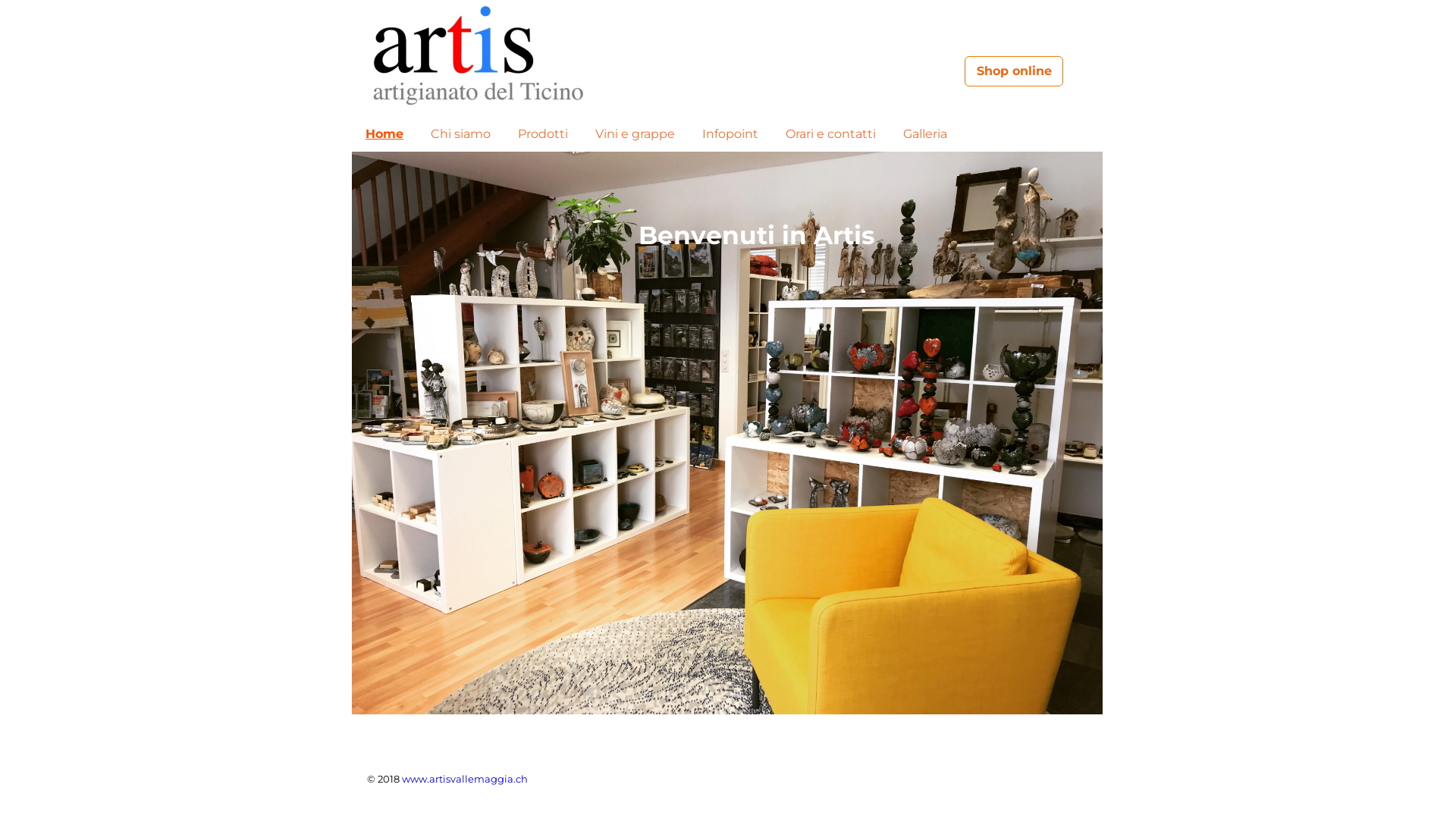 This screenshot has width=1456, height=819. Describe the element at coordinates (924, 133) in the screenshot. I see `'Galleria'` at that location.